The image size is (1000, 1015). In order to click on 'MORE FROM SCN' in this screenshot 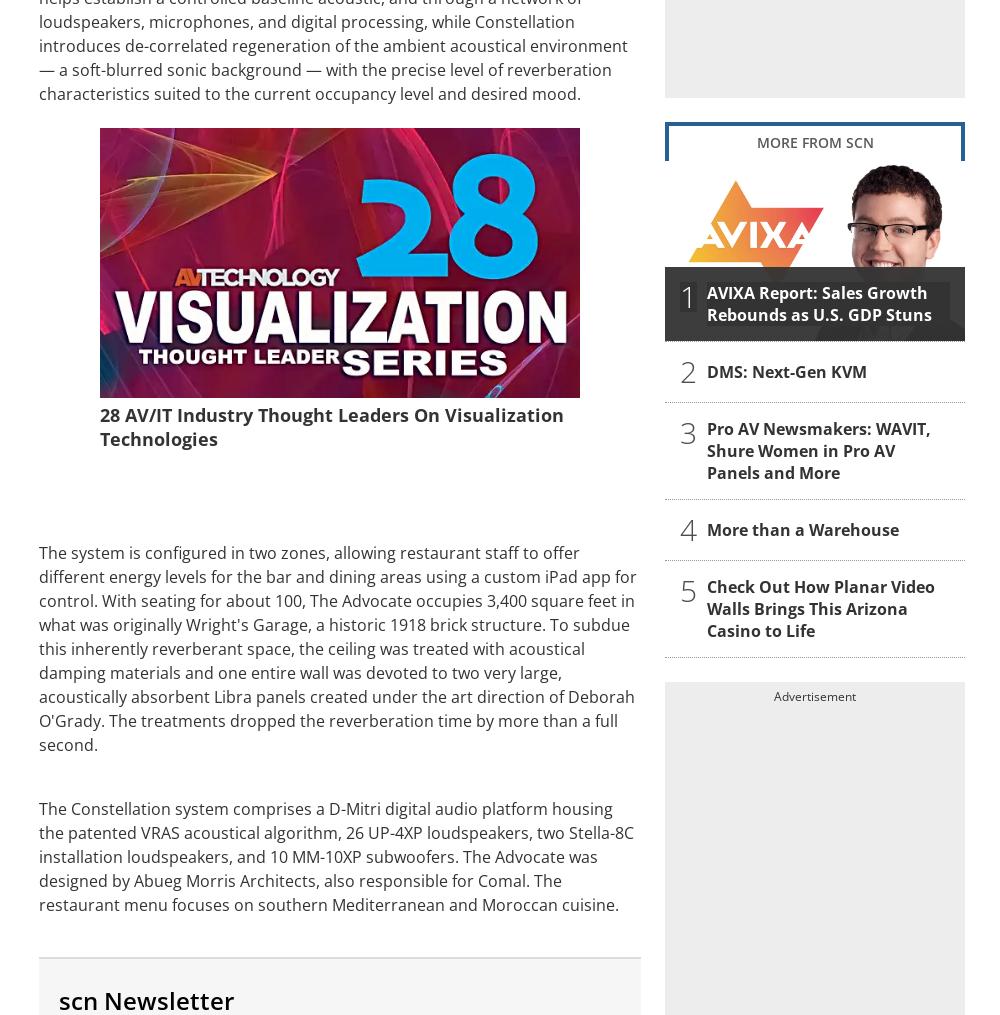, I will do `click(813, 142)`.